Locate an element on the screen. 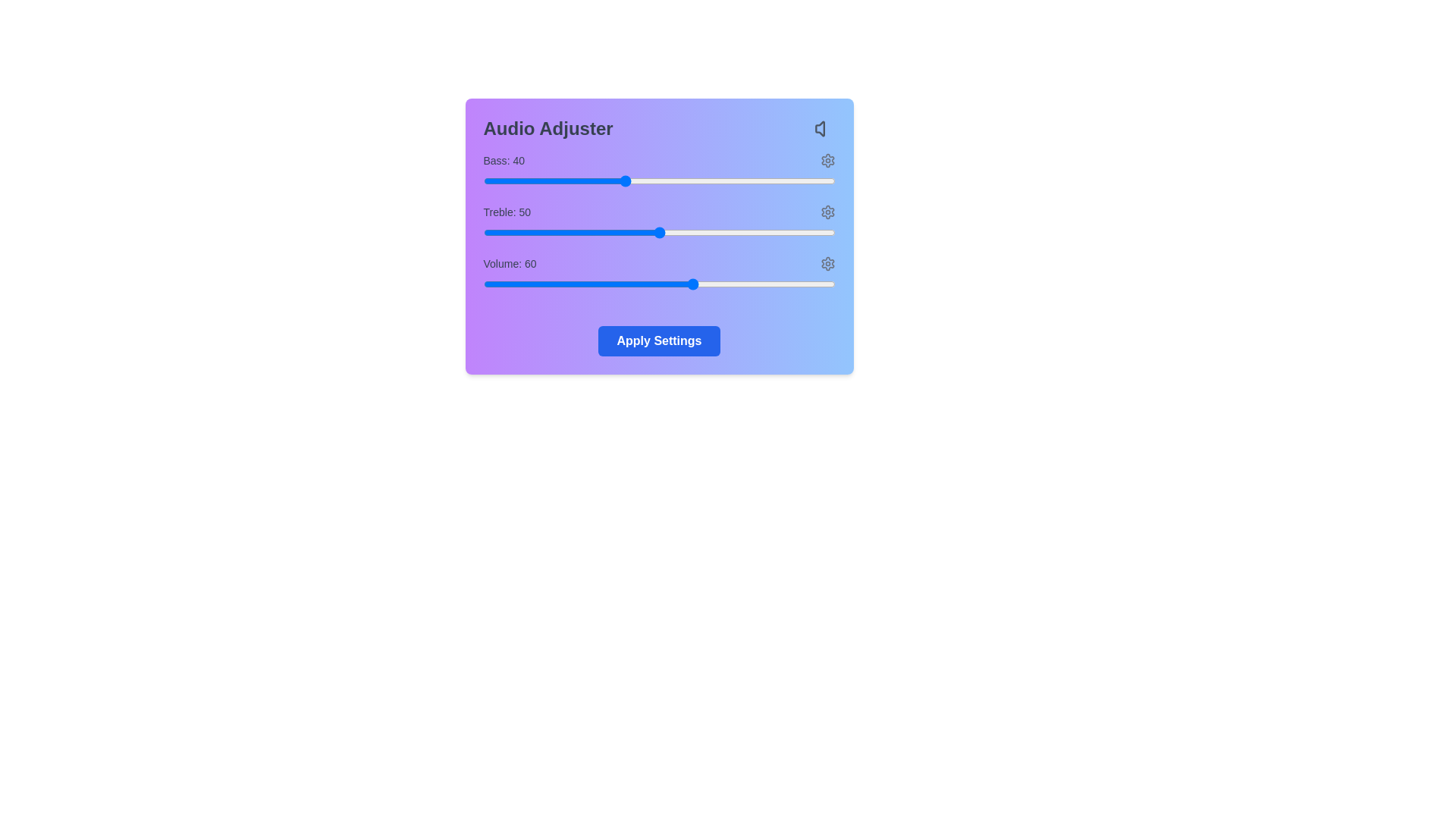 The image size is (1456, 819). bass is located at coordinates (518, 174).